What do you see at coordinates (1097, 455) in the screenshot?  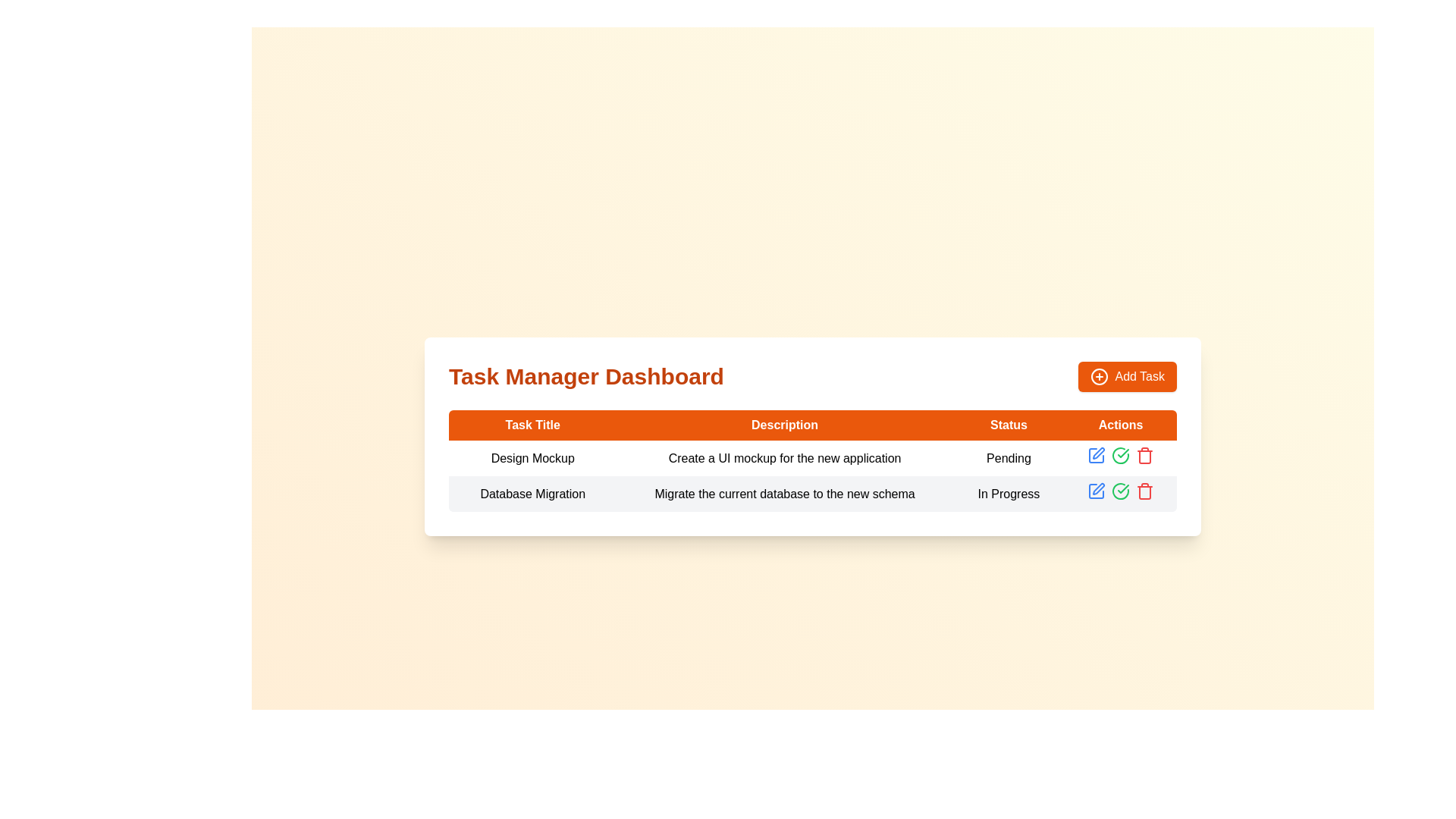 I see `the edit button located in the 'Actions' column of the first row of the table to initiate the editing mode` at bounding box center [1097, 455].